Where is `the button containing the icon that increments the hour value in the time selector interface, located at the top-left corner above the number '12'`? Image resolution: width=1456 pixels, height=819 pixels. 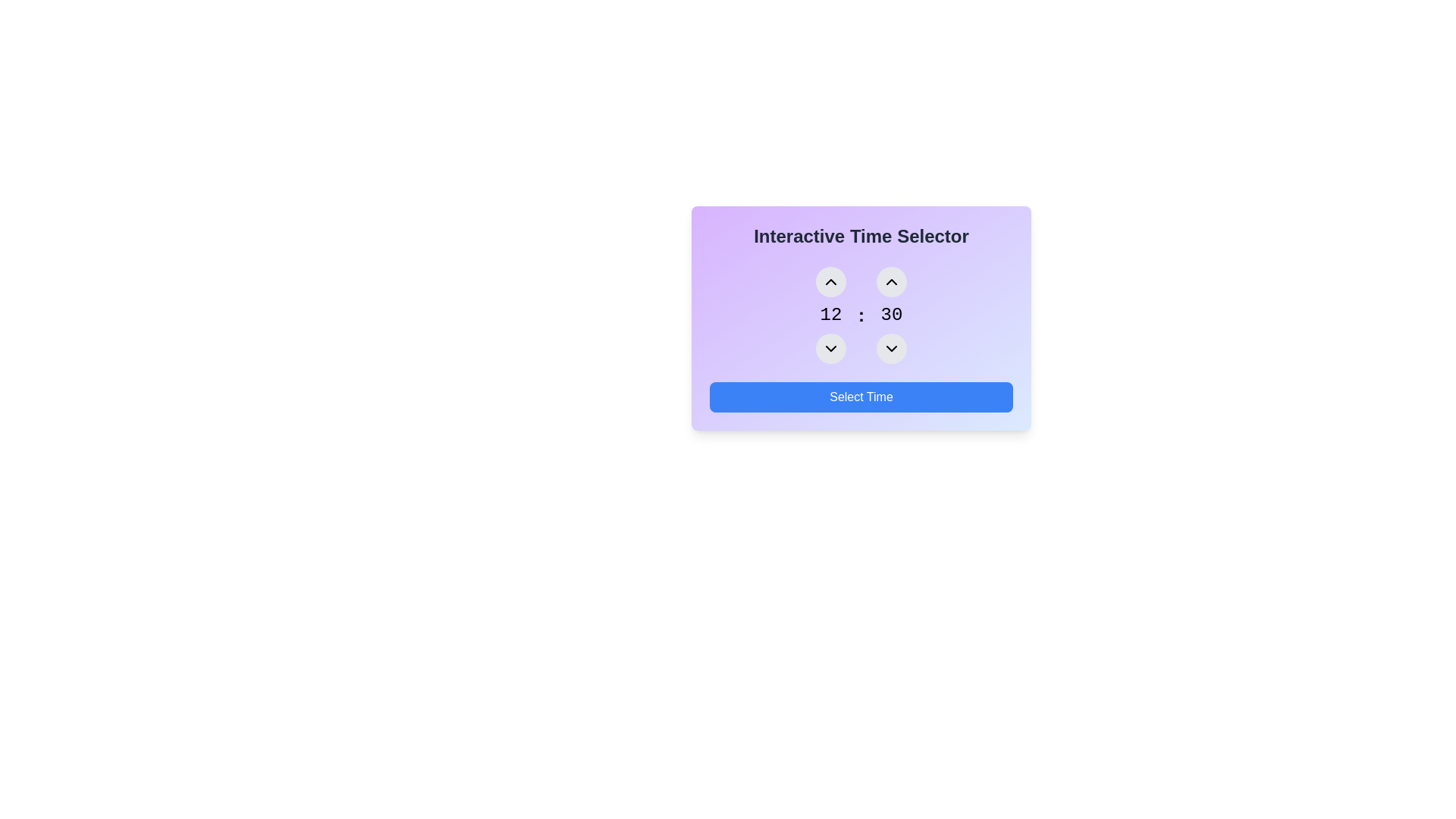
the button containing the icon that increments the hour value in the time selector interface, located at the top-left corner above the number '12' is located at coordinates (830, 281).